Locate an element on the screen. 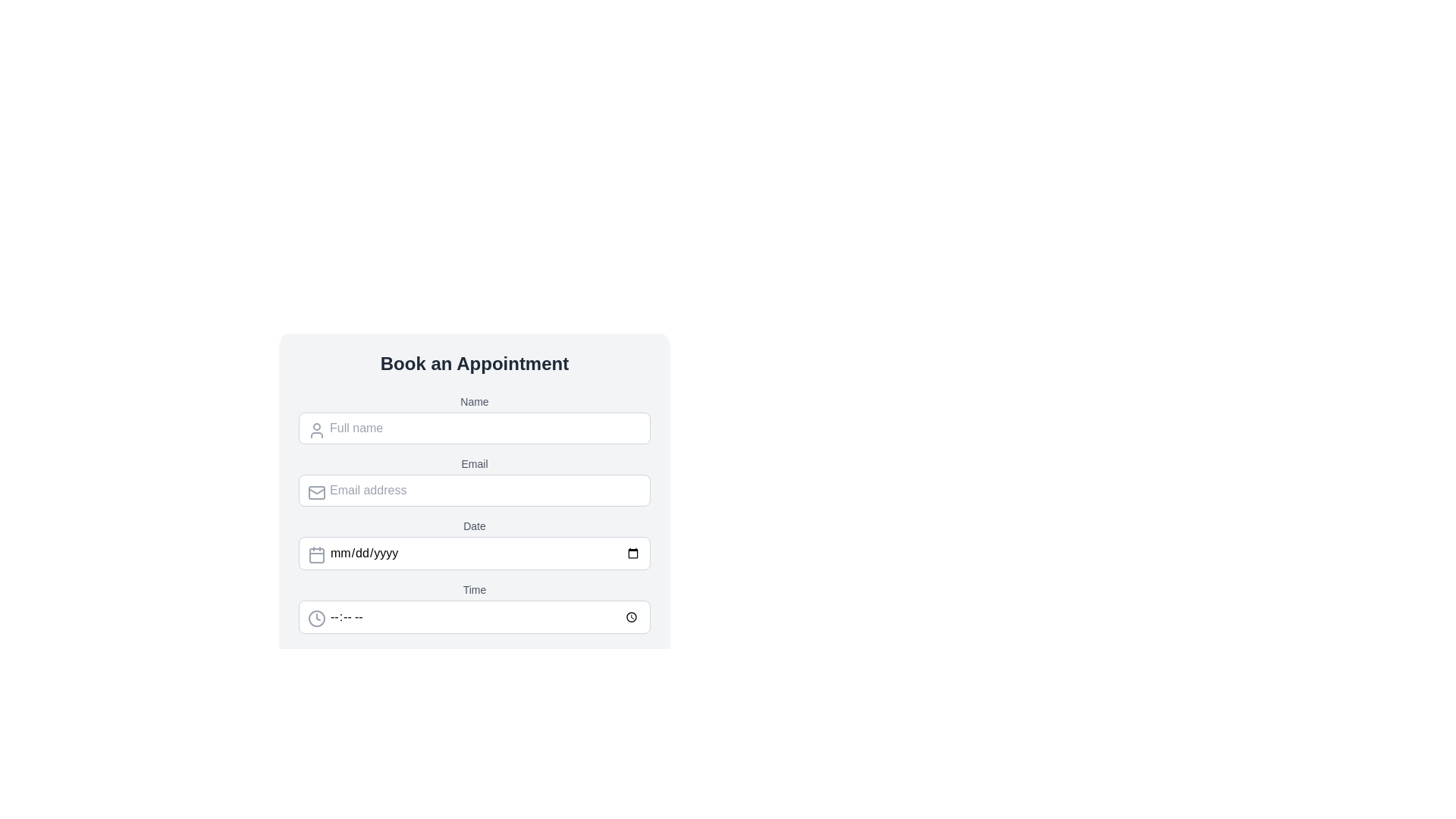 The height and width of the screenshot is (819, 1456). the Text Label that provides context for the Email input field, located above the Email address input field in the form layout is located at coordinates (473, 463).